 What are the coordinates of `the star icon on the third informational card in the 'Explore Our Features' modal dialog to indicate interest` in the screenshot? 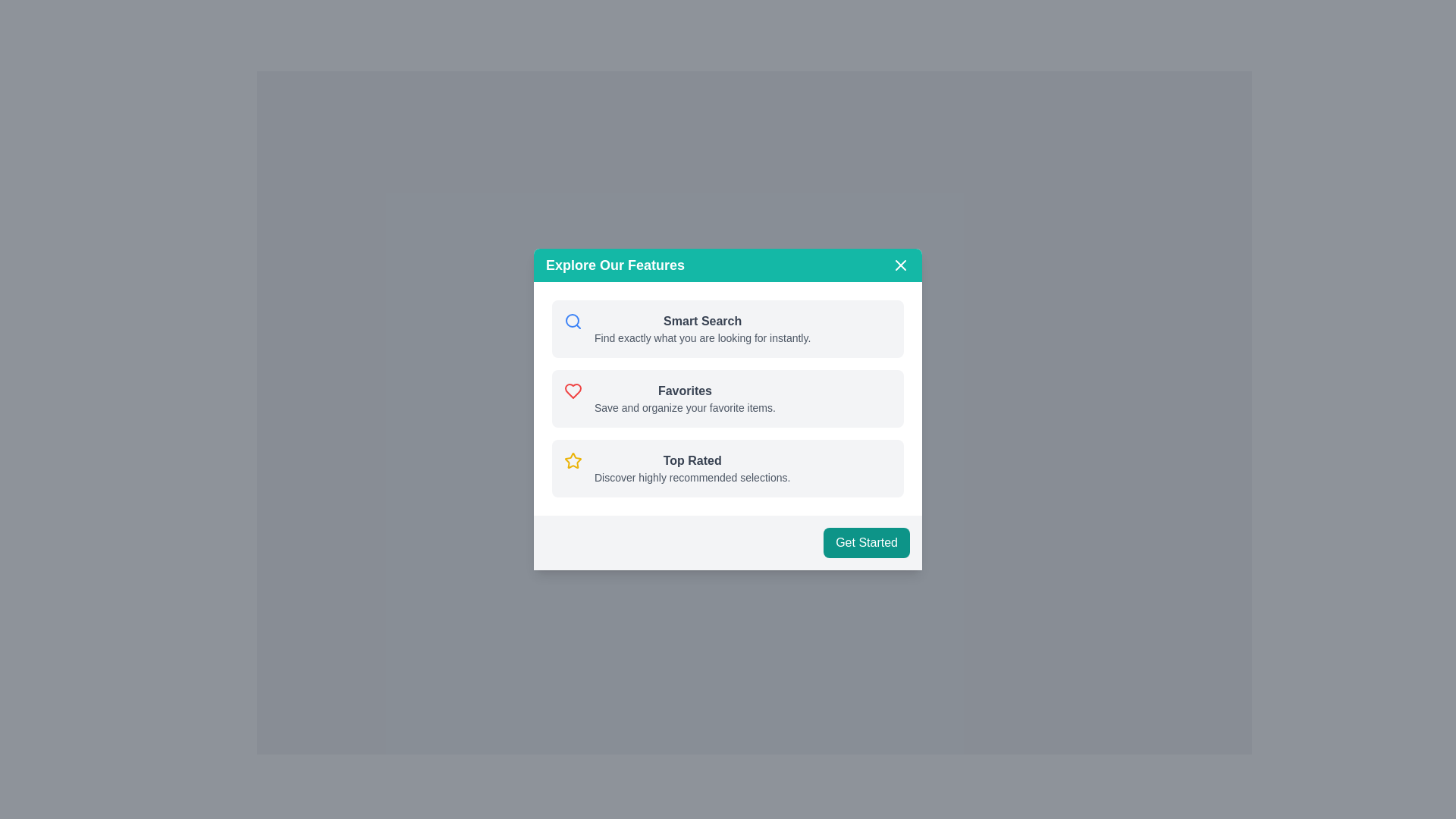 It's located at (728, 467).